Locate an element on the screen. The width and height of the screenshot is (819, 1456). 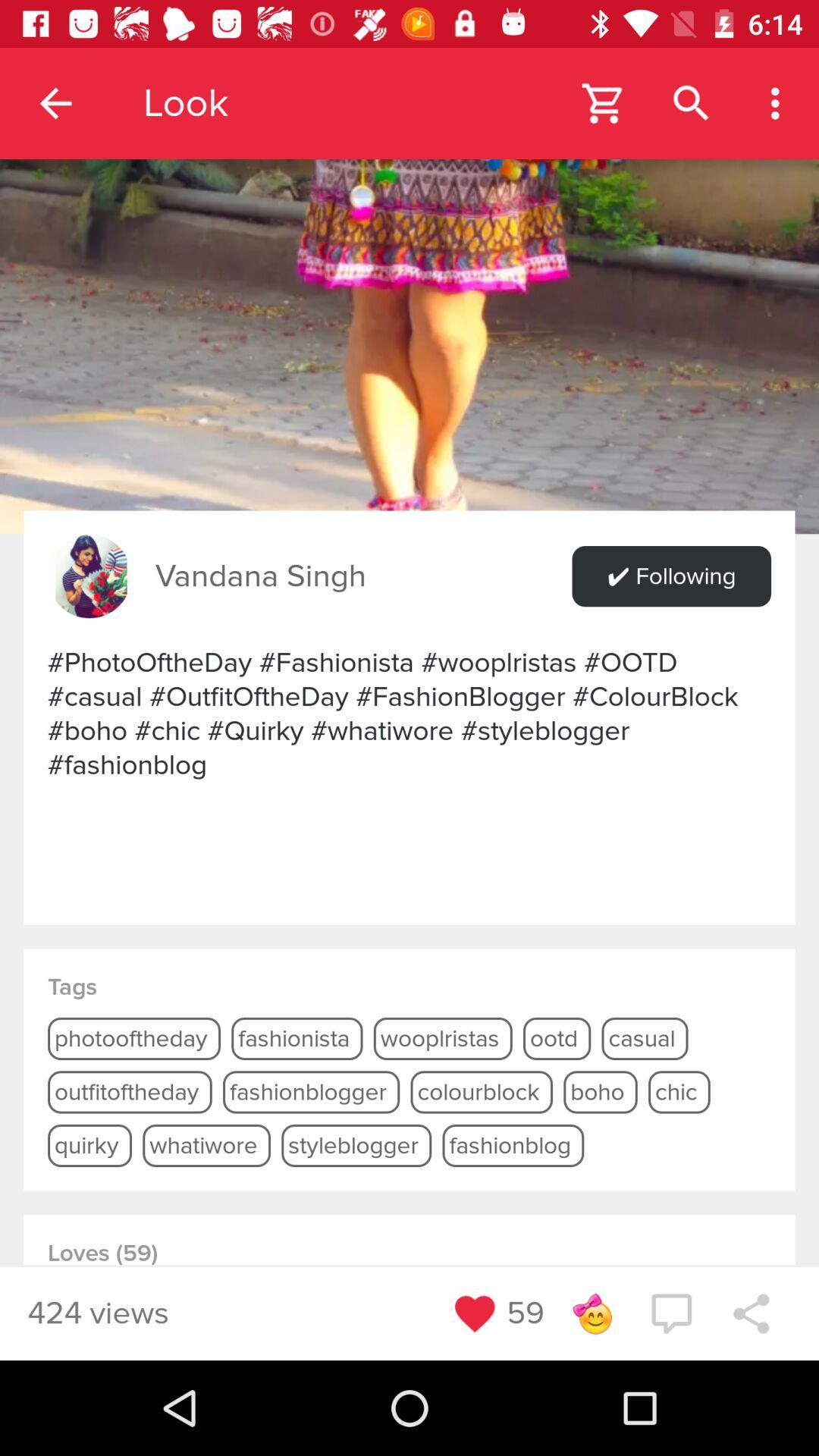
like button is located at coordinates (474, 1313).